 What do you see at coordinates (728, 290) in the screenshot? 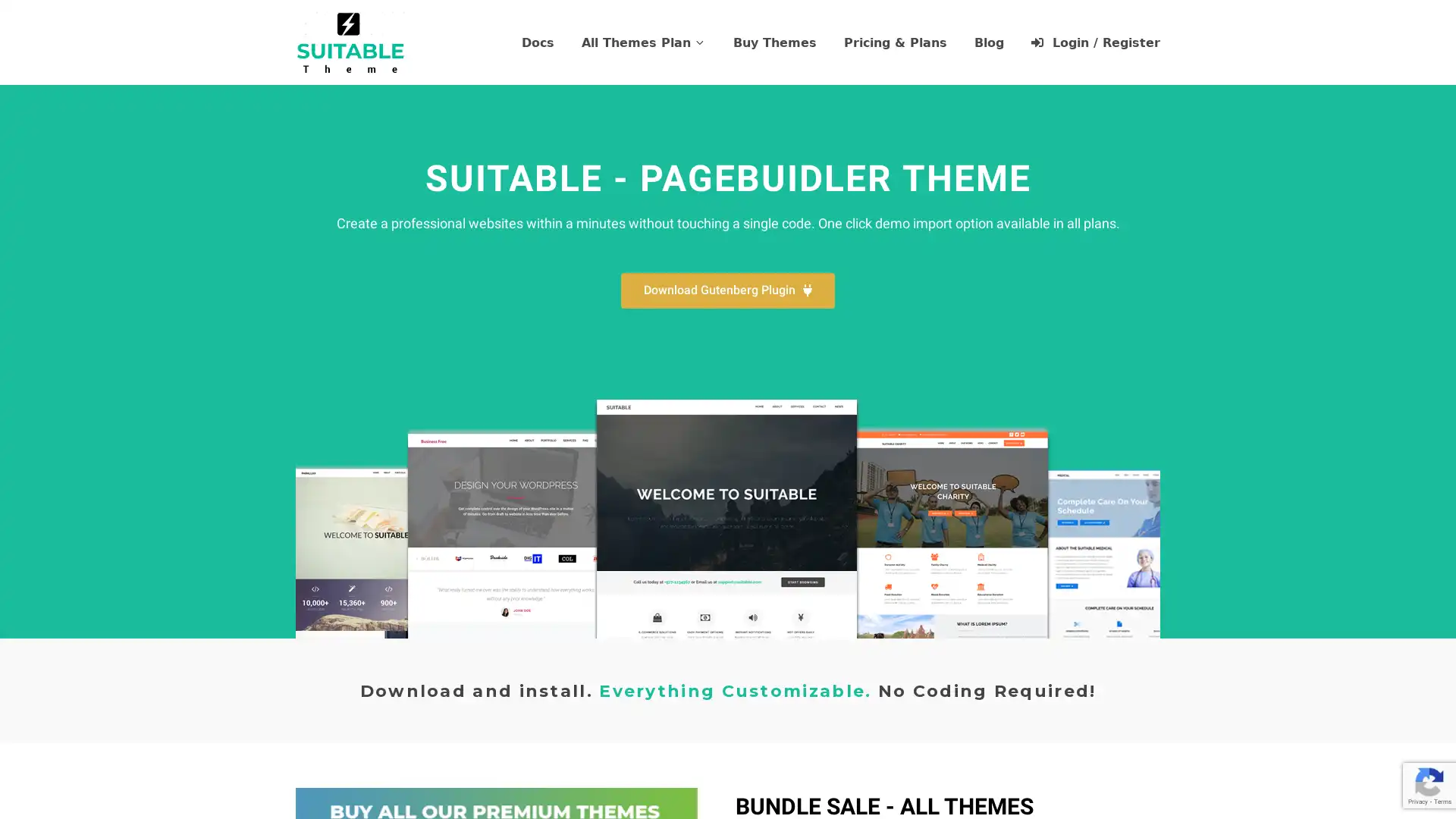
I see `Download Gutenberg Plugin` at bounding box center [728, 290].